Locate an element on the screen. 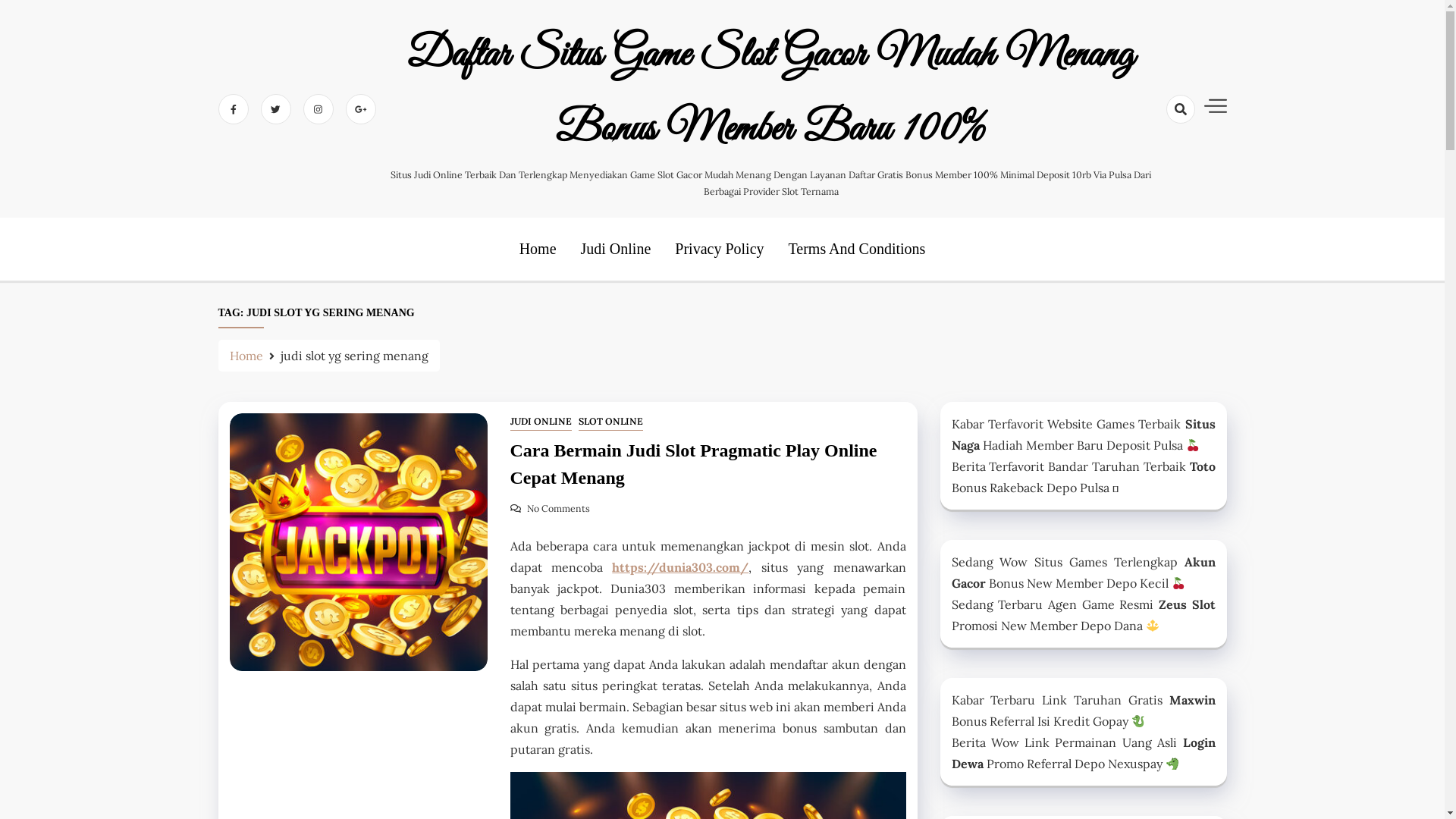 The height and width of the screenshot is (819, 1456). 'Zeus Slot' is located at coordinates (1186, 604).